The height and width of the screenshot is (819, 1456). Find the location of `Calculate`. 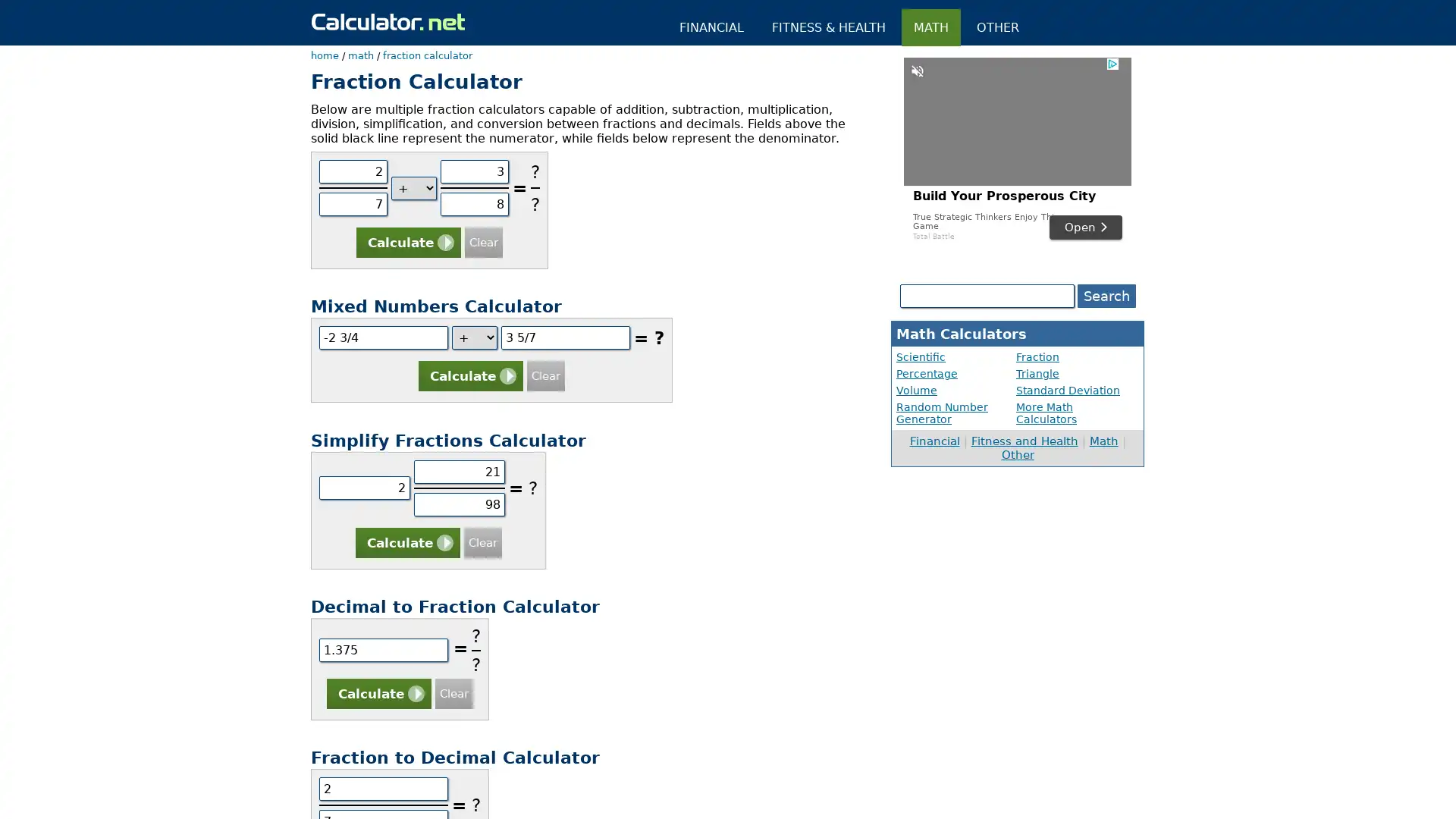

Calculate is located at coordinates (378, 693).